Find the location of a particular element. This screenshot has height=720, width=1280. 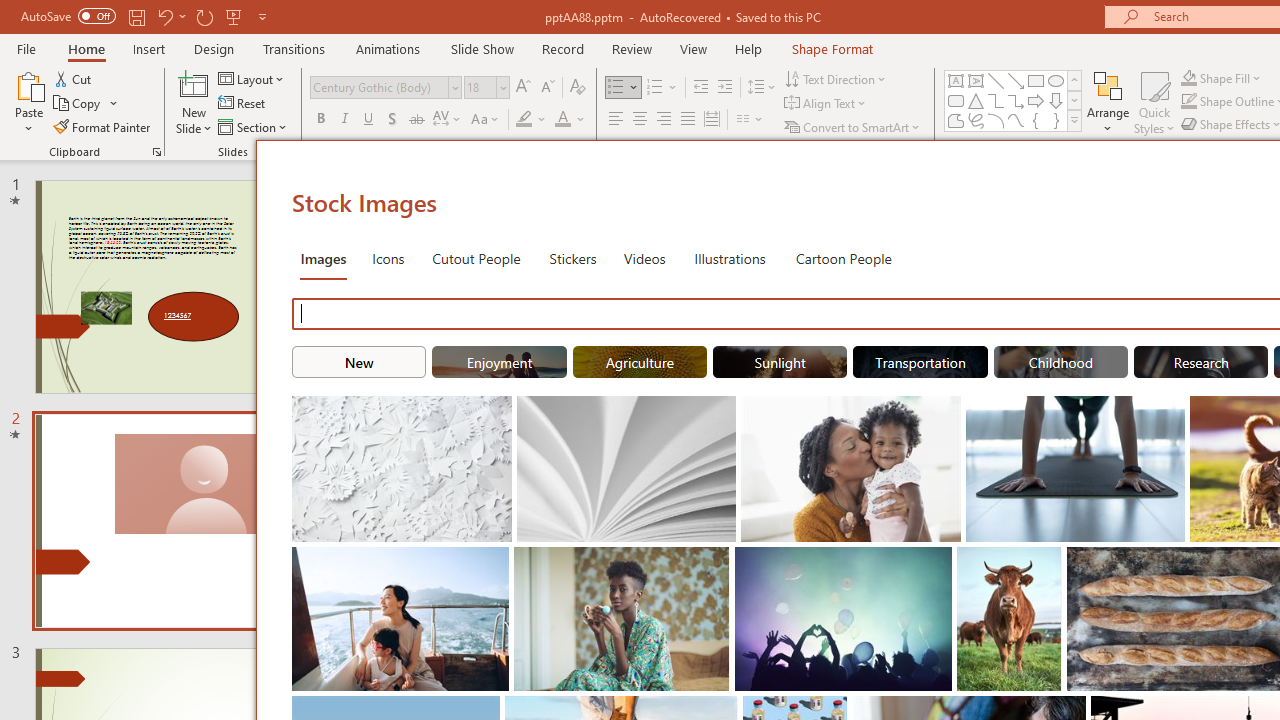

'"Childhood" Stock Images.' is located at coordinates (1060, 362).